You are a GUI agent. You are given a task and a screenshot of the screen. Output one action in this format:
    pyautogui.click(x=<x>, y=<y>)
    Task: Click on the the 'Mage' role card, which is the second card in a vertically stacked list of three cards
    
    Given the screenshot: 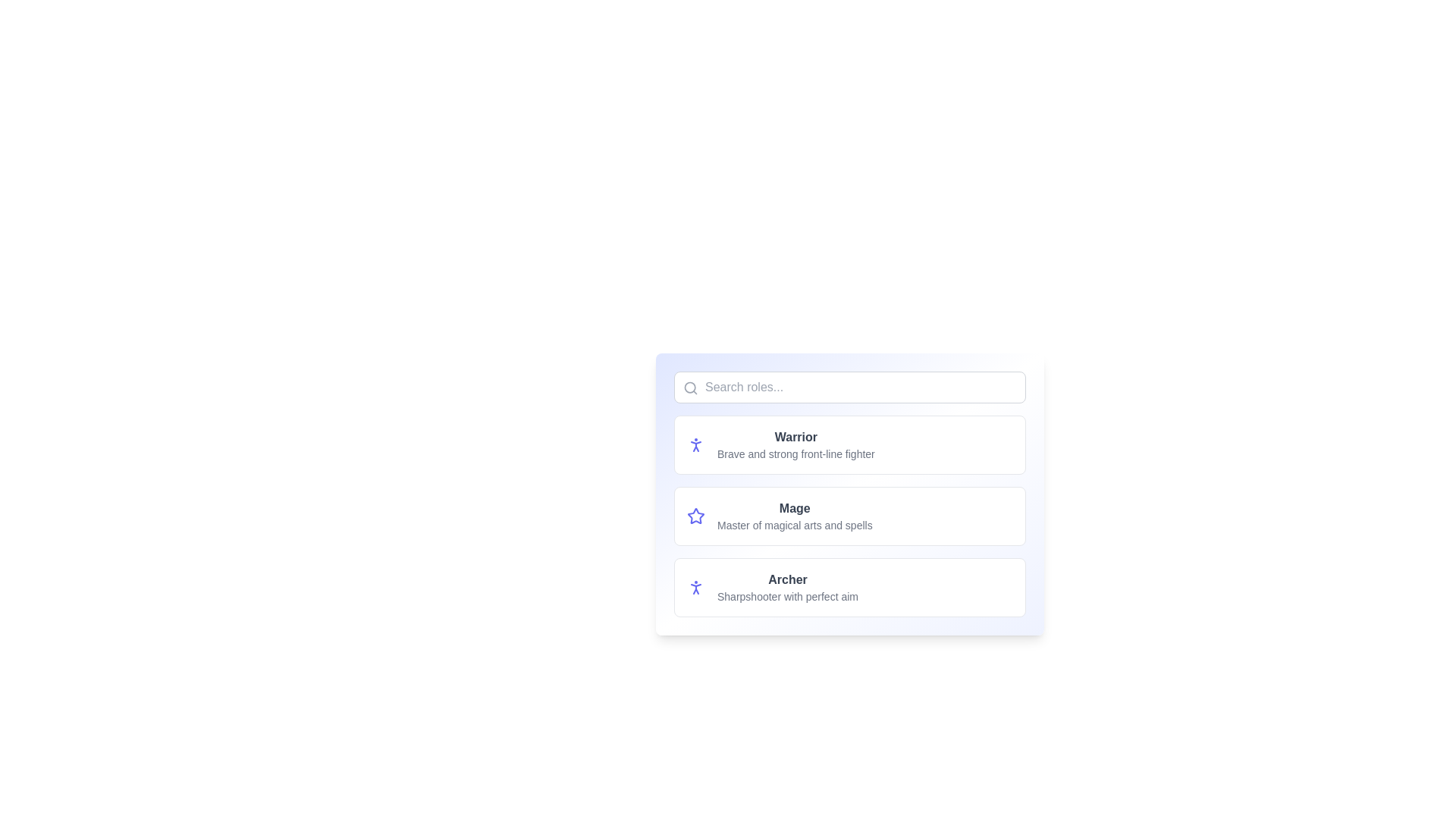 What is the action you would take?
    pyautogui.click(x=850, y=516)
    